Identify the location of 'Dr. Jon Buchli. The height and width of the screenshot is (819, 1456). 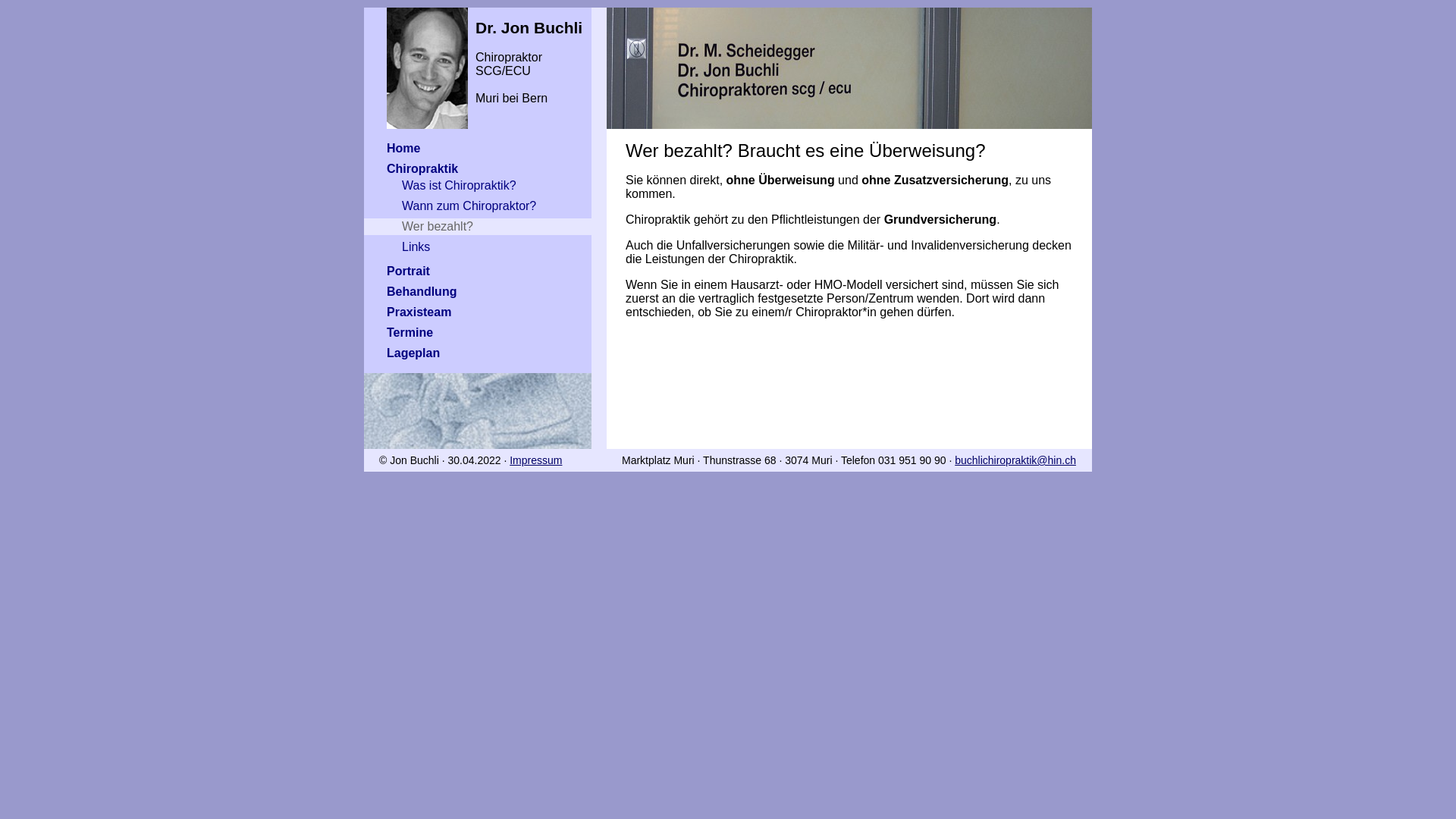
(476, 55).